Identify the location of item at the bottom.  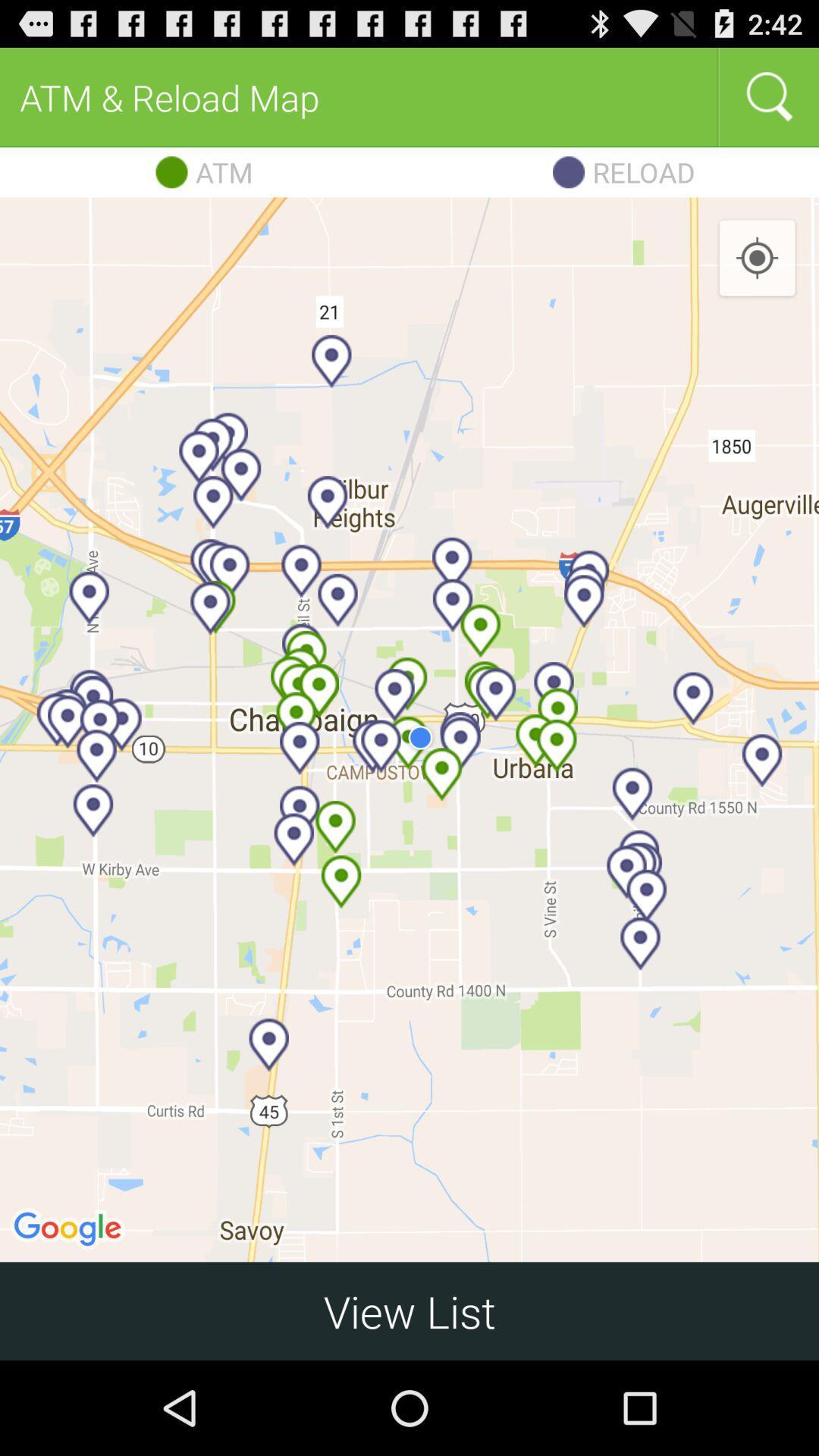
(409, 1310).